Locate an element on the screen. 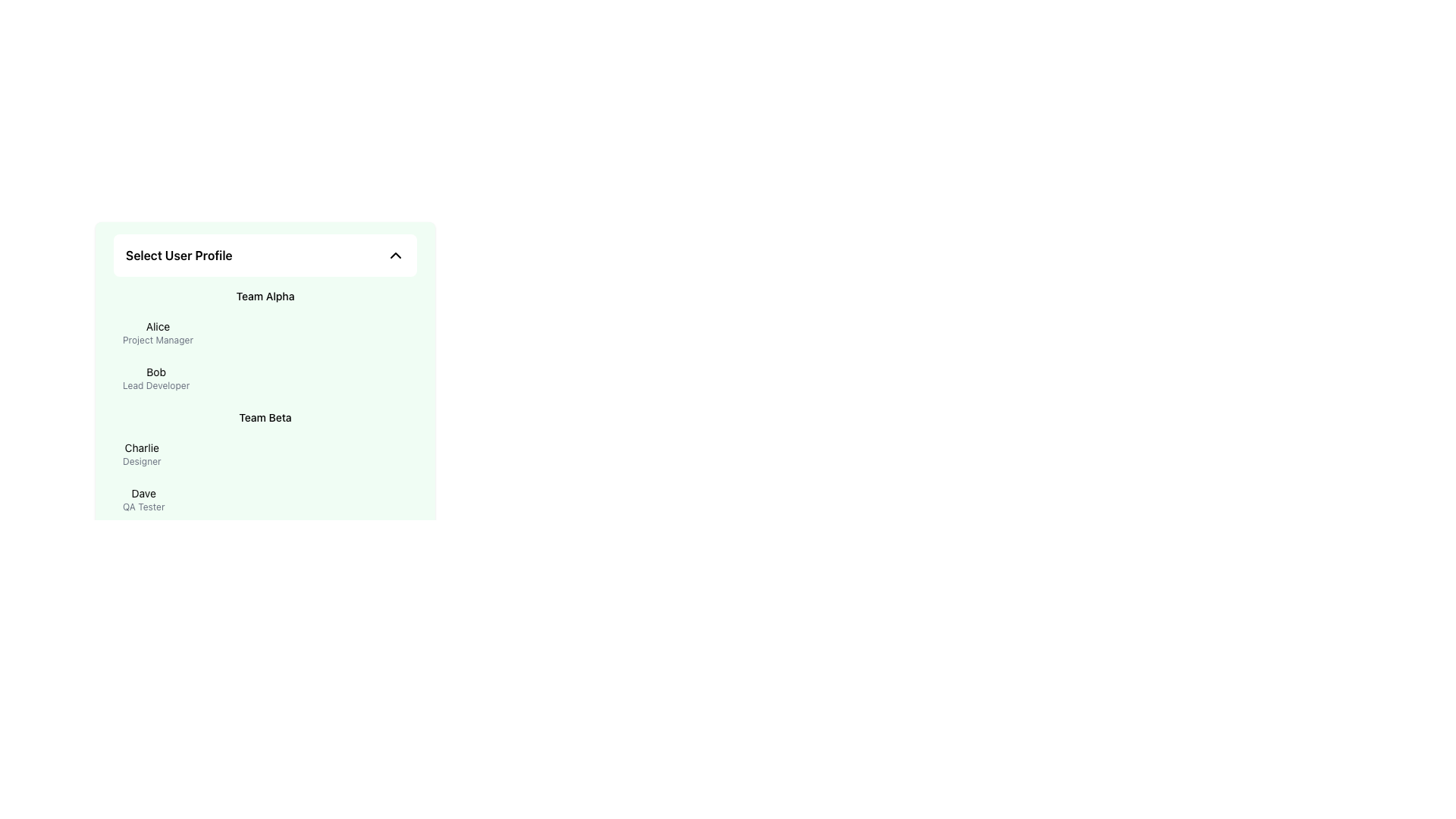 The height and width of the screenshot is (819, 1456). the upward-pointing triangular chevron icon located at the far right of the 'Select User Profile' section header is located at coordinates (396, 254).